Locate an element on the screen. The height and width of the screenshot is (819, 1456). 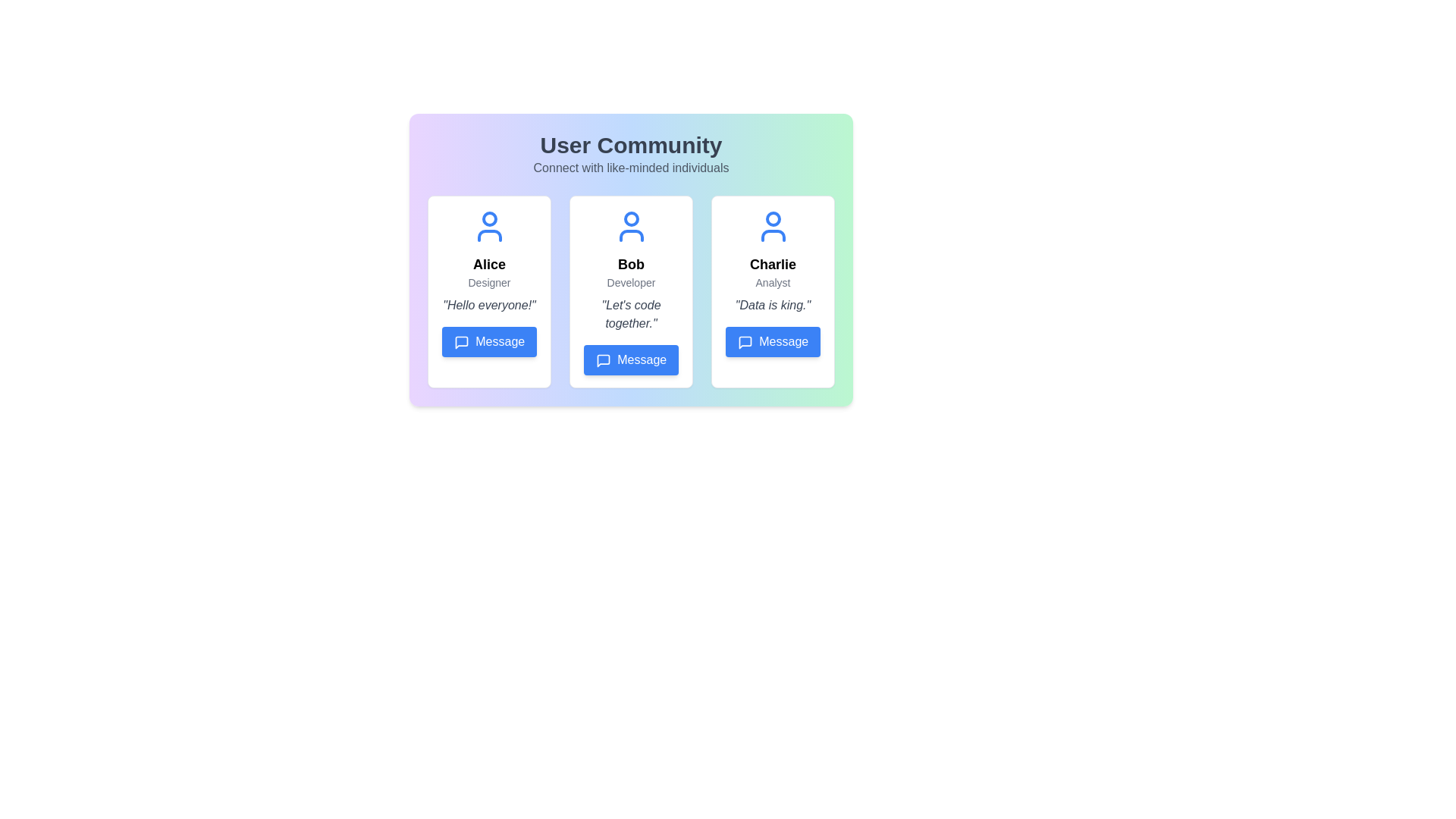
the user profile icon representing 'Charlie' located at the top of the card in the third column of the user profile display section is located at coordinates (773, 227).